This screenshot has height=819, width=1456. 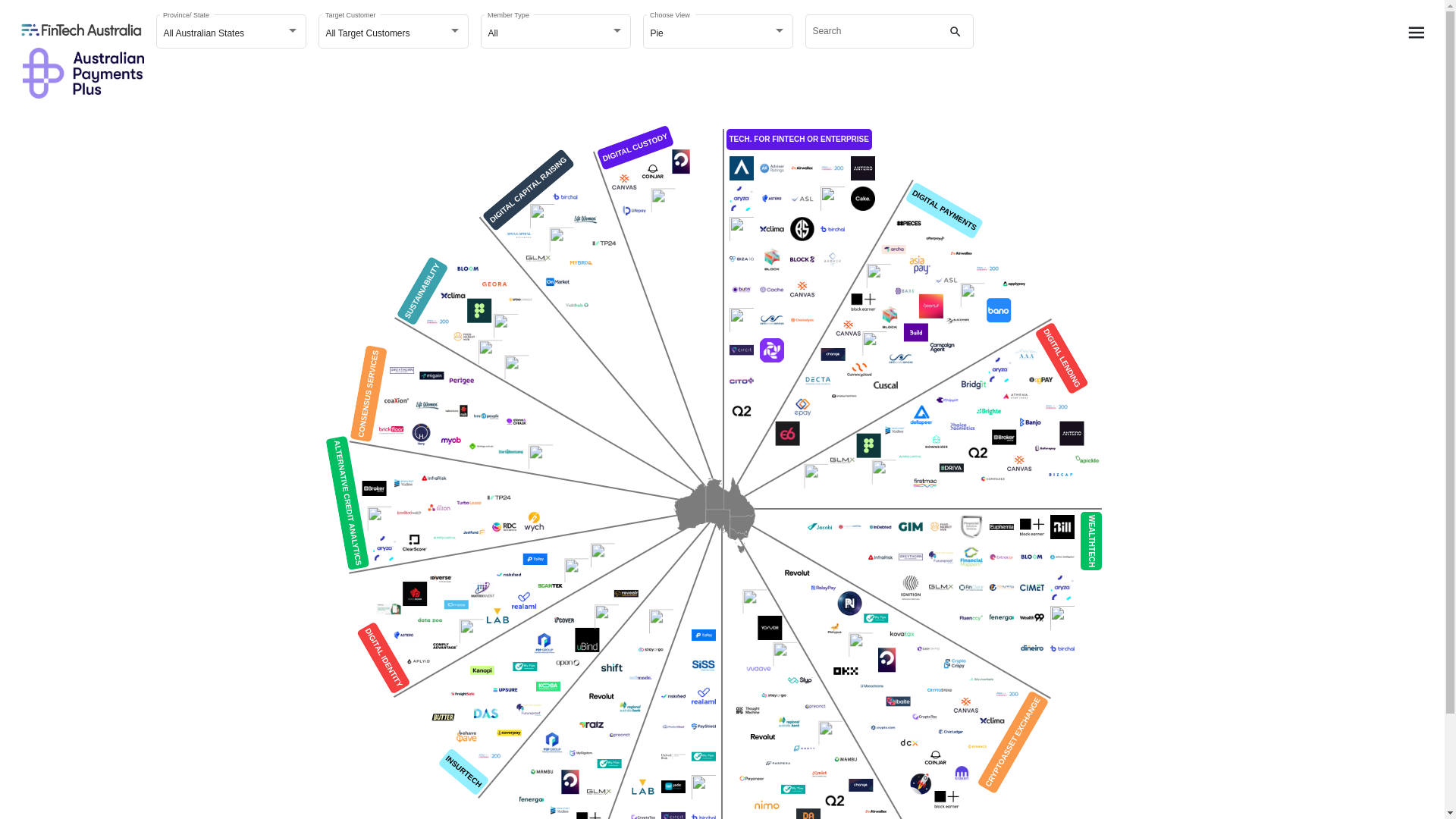 What do you see at coordinates (817, 379) in the screenshot?
I see `'Decta Limited'` at bounding box center [817, 379].